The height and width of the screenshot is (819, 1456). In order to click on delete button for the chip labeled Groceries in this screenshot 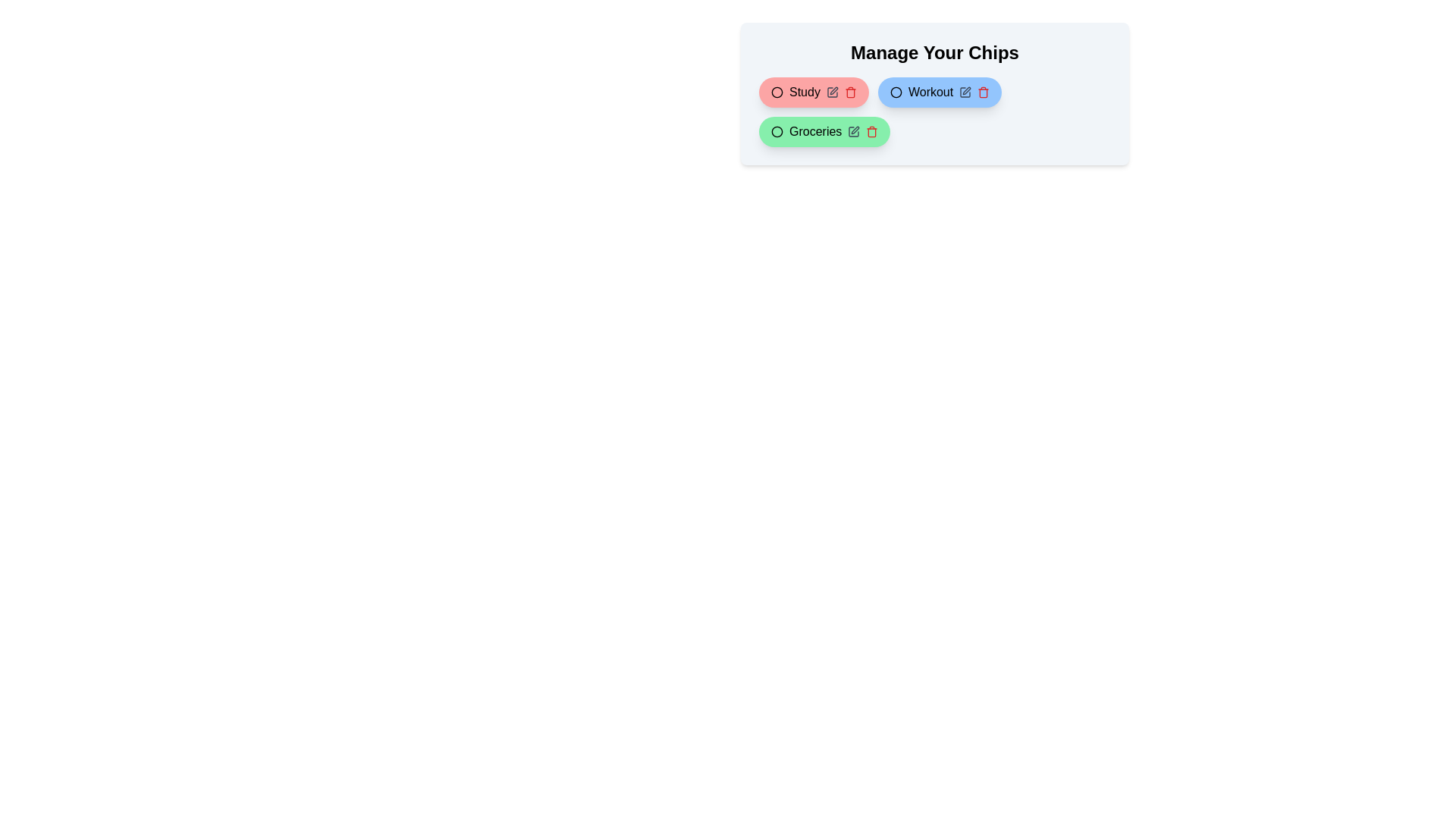, I will do `click(872, 130)`.